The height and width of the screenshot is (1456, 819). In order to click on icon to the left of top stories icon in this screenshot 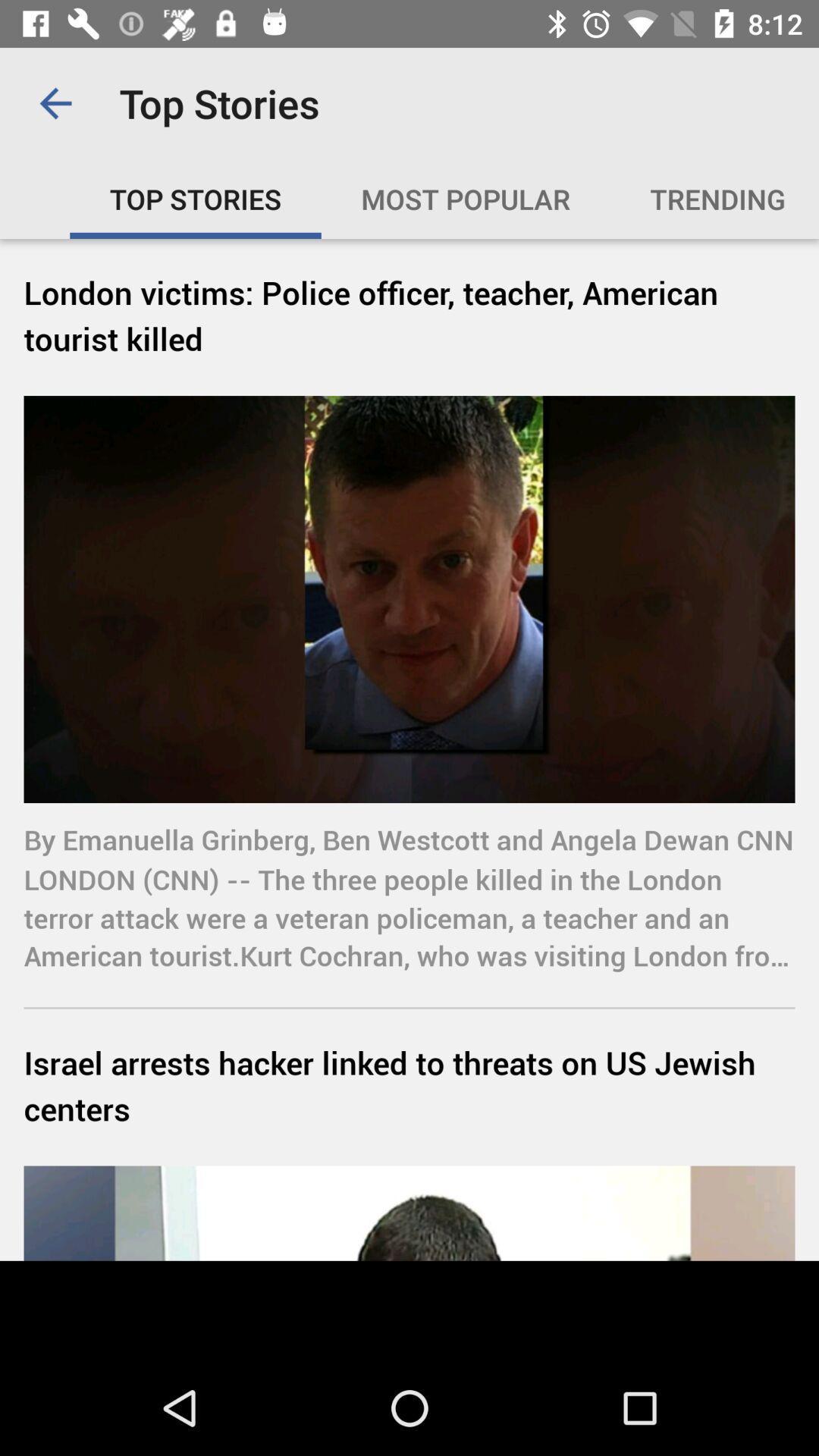, I will do `click(55, 102)`.